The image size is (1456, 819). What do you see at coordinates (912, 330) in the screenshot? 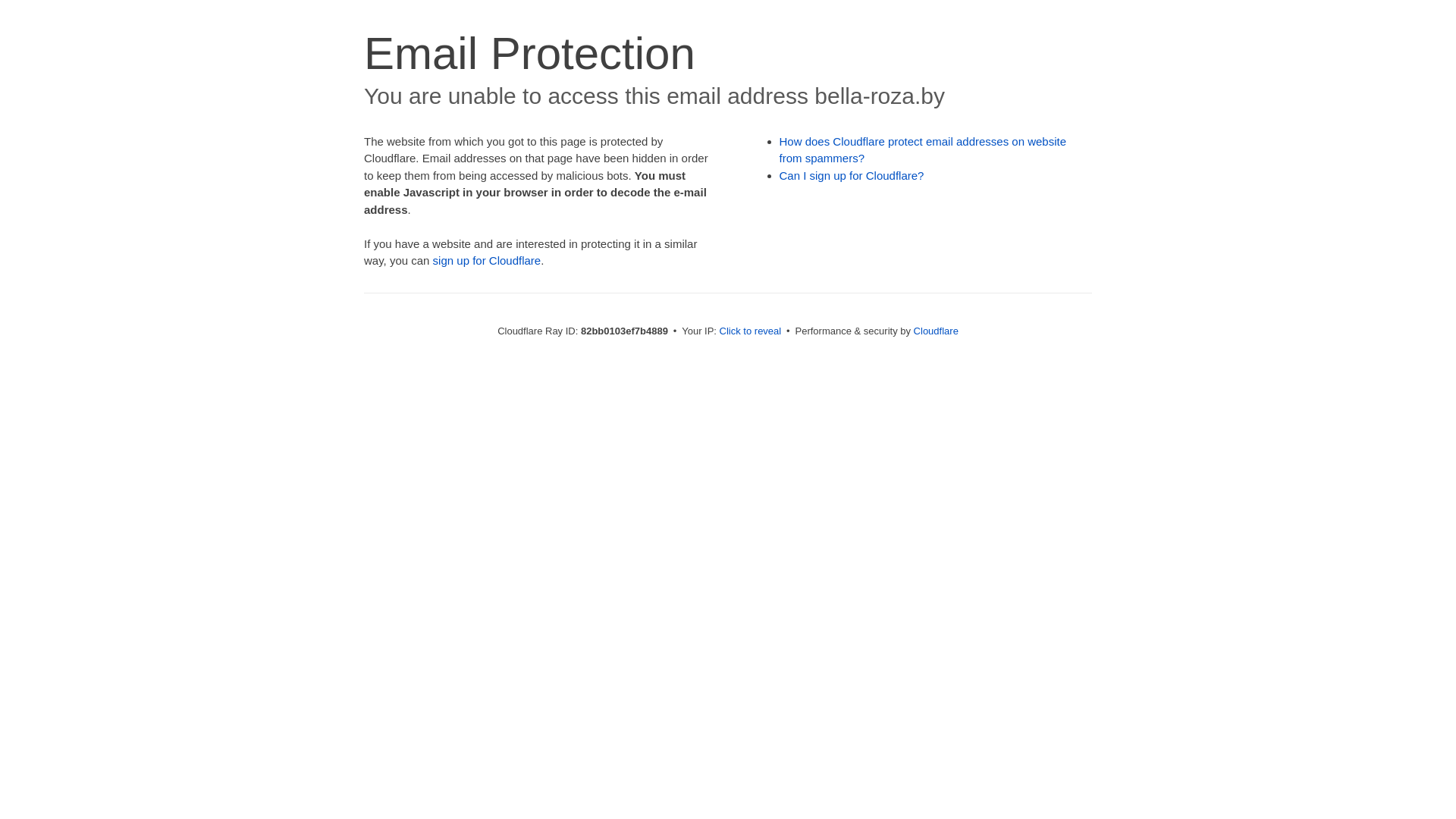
I see `'Cloudflare'` at bounding box center [912, 330].